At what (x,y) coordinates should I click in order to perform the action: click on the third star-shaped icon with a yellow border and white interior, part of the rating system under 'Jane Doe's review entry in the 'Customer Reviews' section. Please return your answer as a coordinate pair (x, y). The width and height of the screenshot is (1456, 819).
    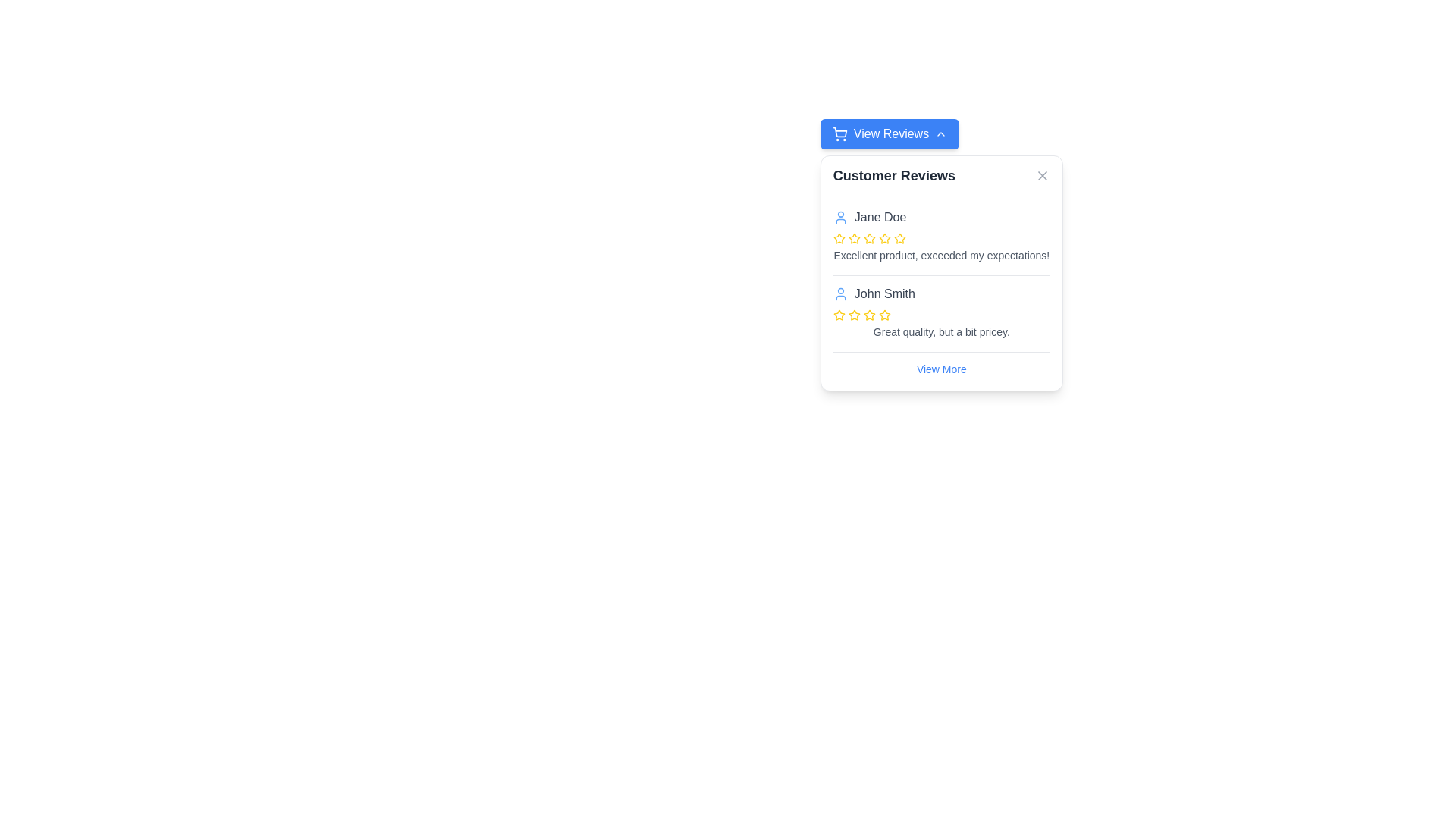
    Looking at the image, I should click on (869, 238).